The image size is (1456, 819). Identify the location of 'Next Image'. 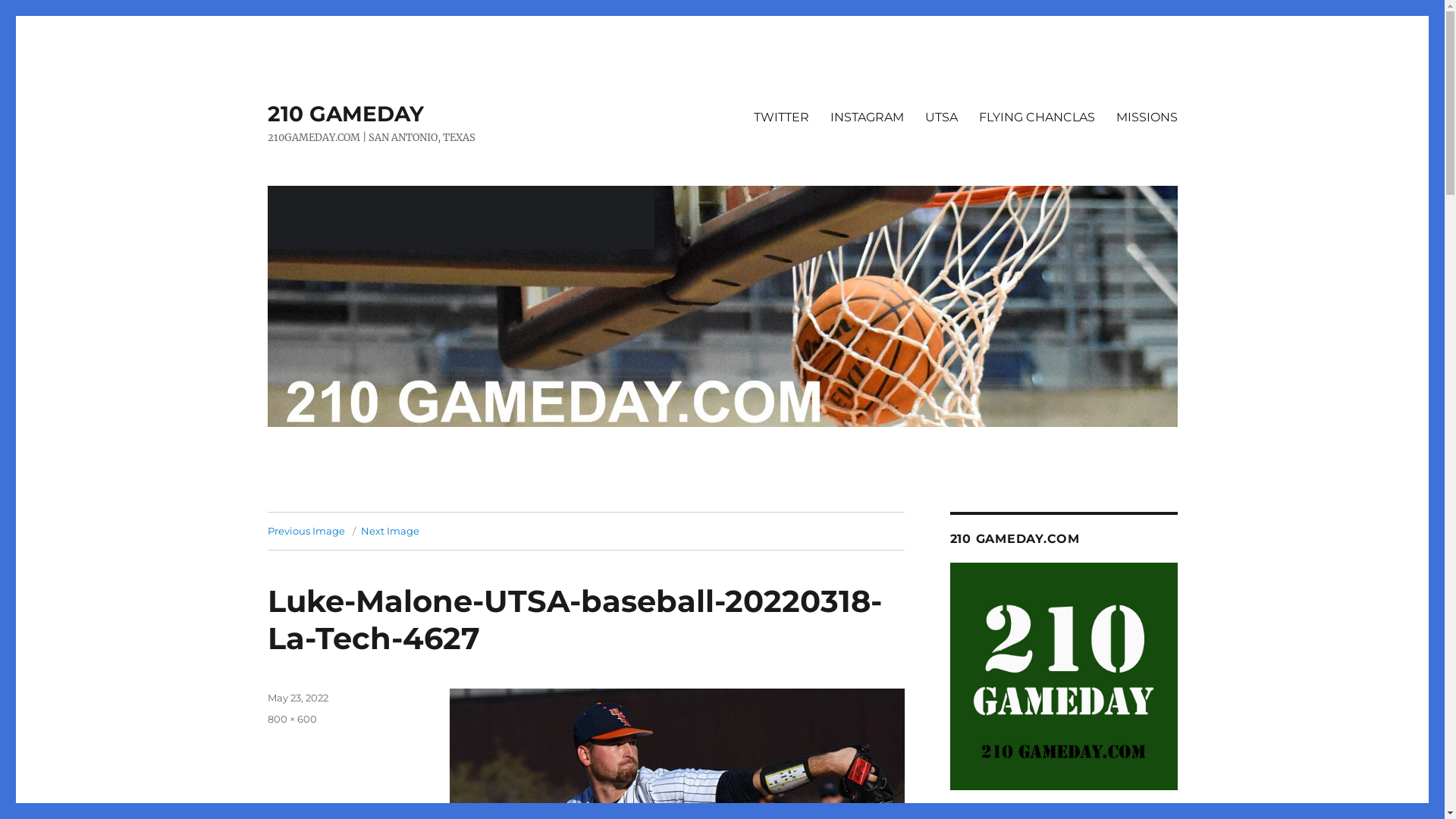
(390, 529).